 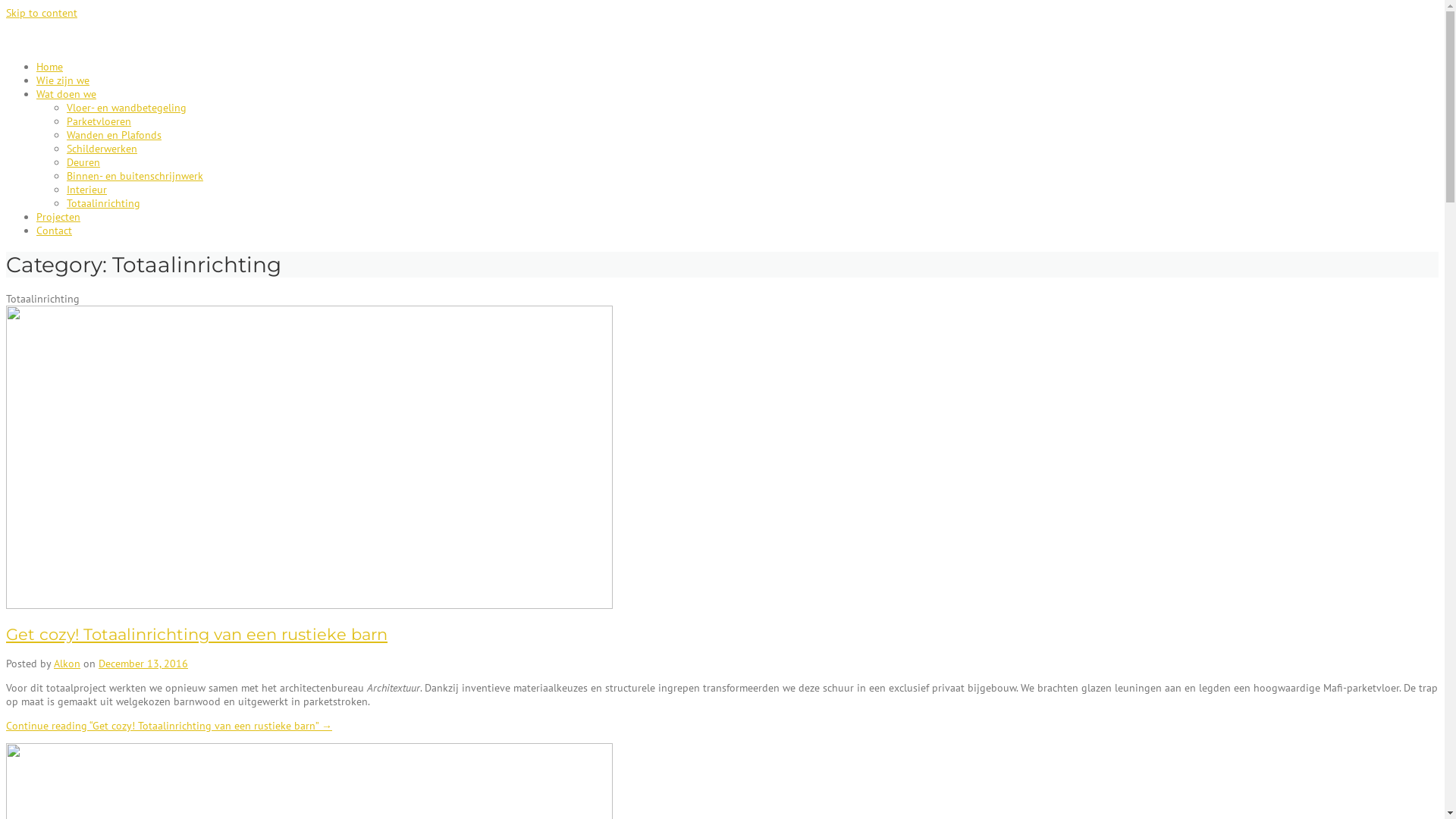 I want to click on 'Get cozy! Totaalinrichting van een rustieke barn', so click(x=6, y=634).